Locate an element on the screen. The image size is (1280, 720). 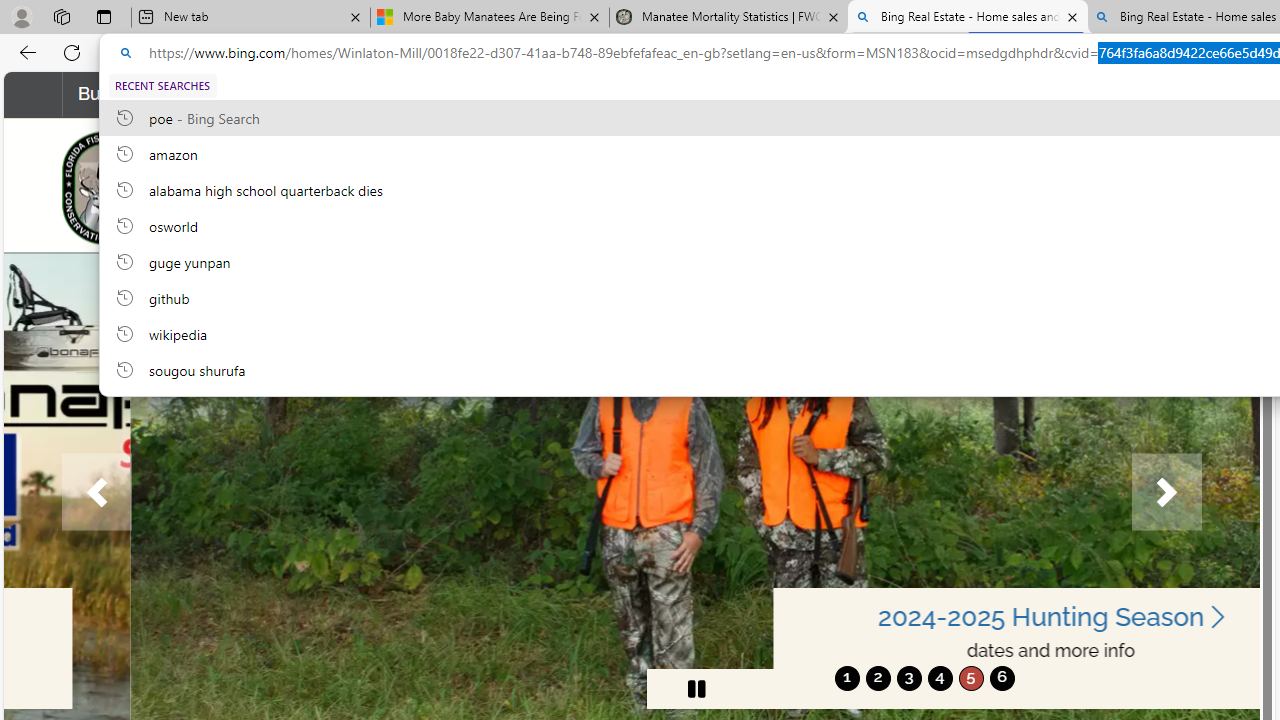
'move to slide 3' is located at coordinates (907, 677).